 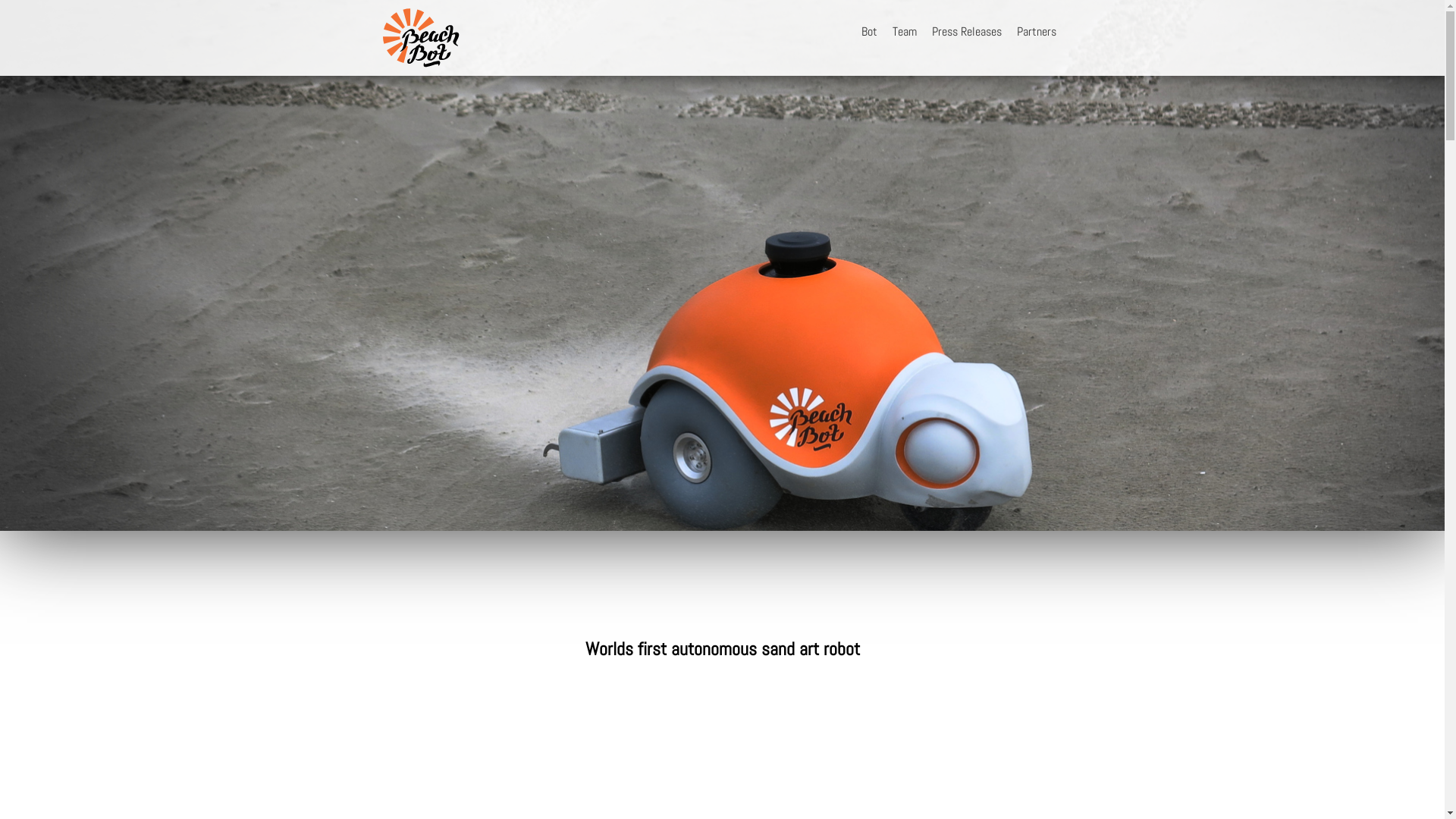 I want to click on 'Team', so click(x=903, y=31).